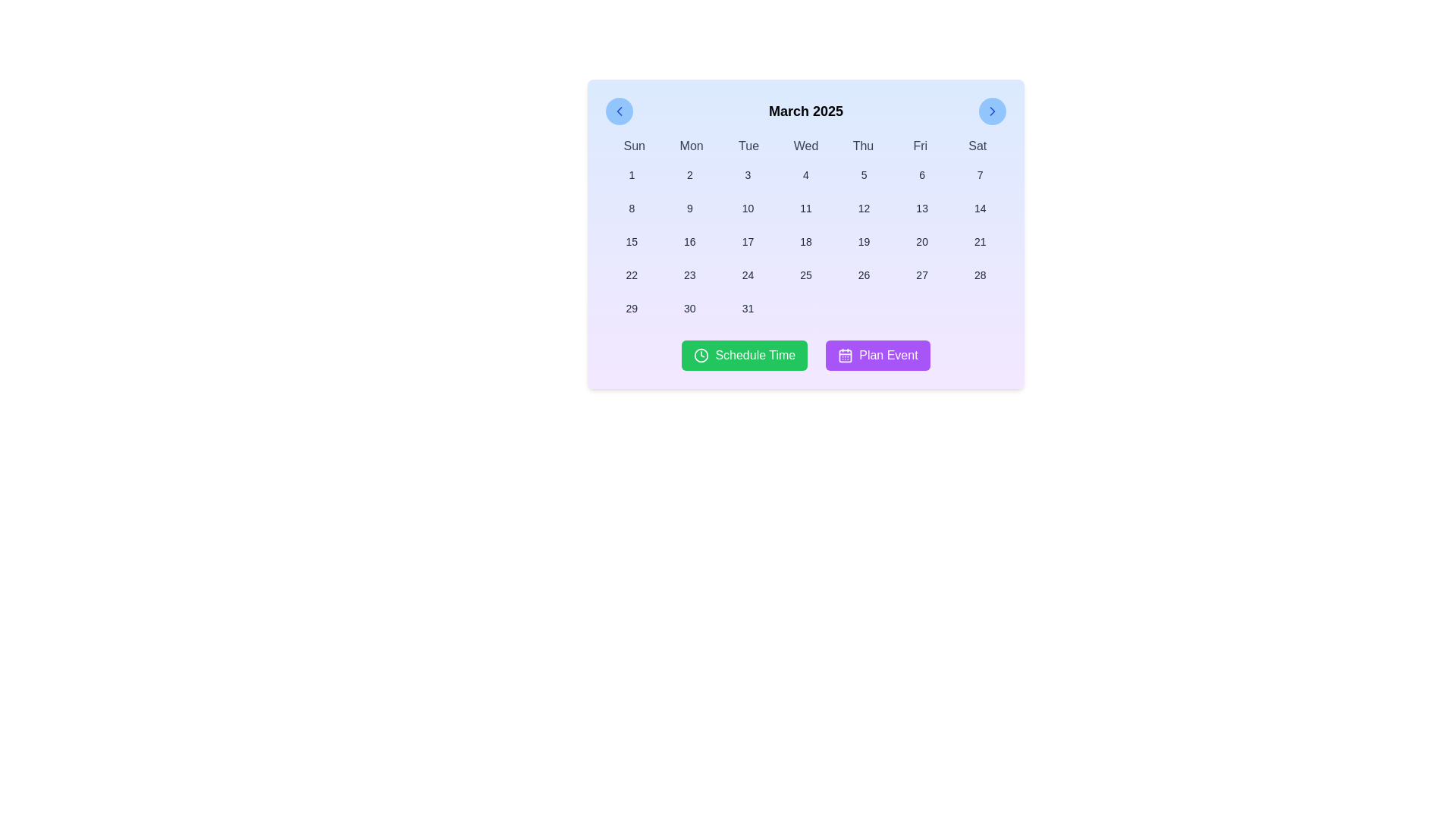 This screenshot has height=819, width=1456. I want to click on the calendar button representing the date '31', so click(748, 308).